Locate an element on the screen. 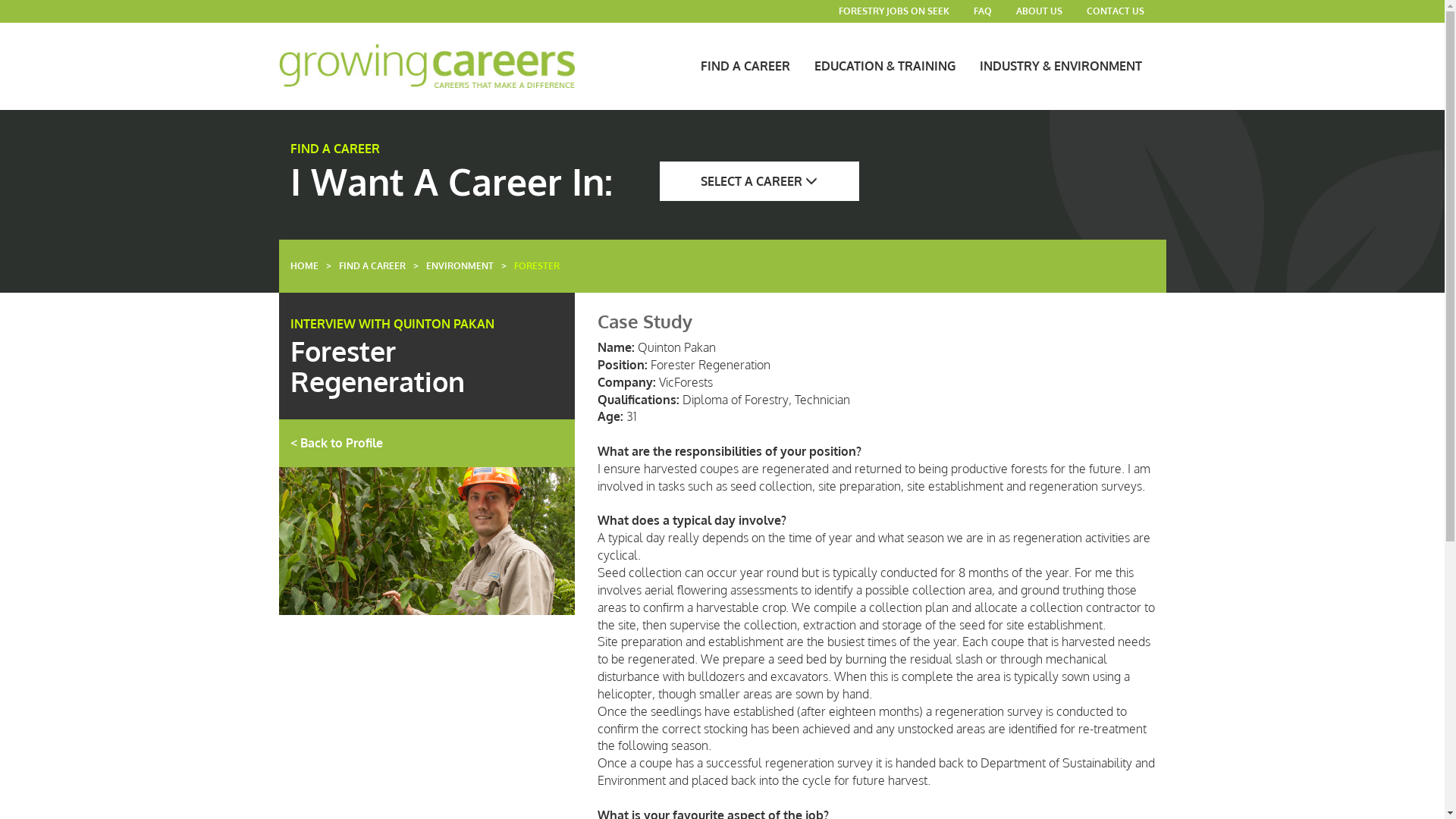  'FORESTRY JOBS ON SEEK' is located at coordinates (894, 11).